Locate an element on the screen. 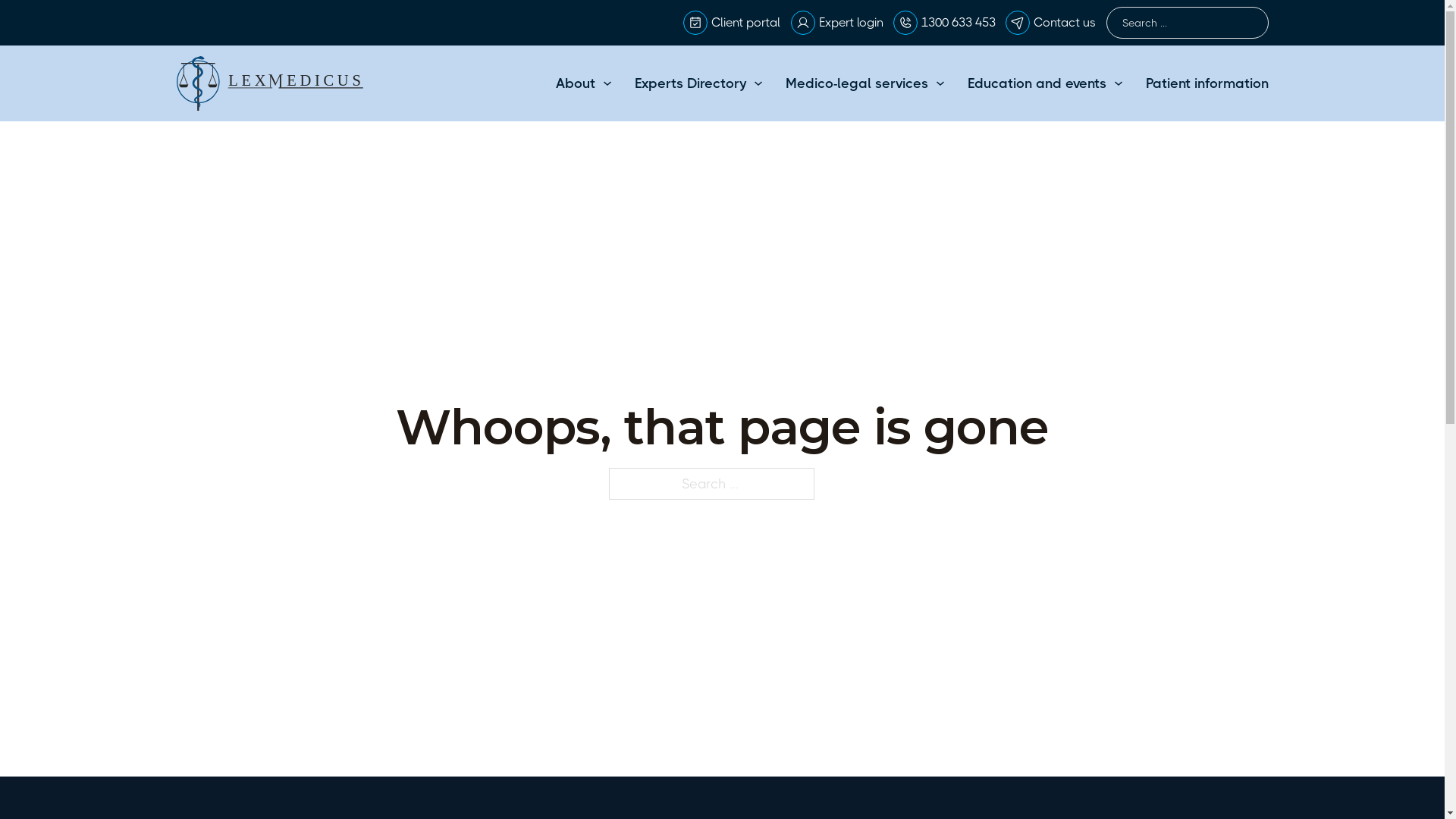  'Client portal' is located at coordinates (745, 23).